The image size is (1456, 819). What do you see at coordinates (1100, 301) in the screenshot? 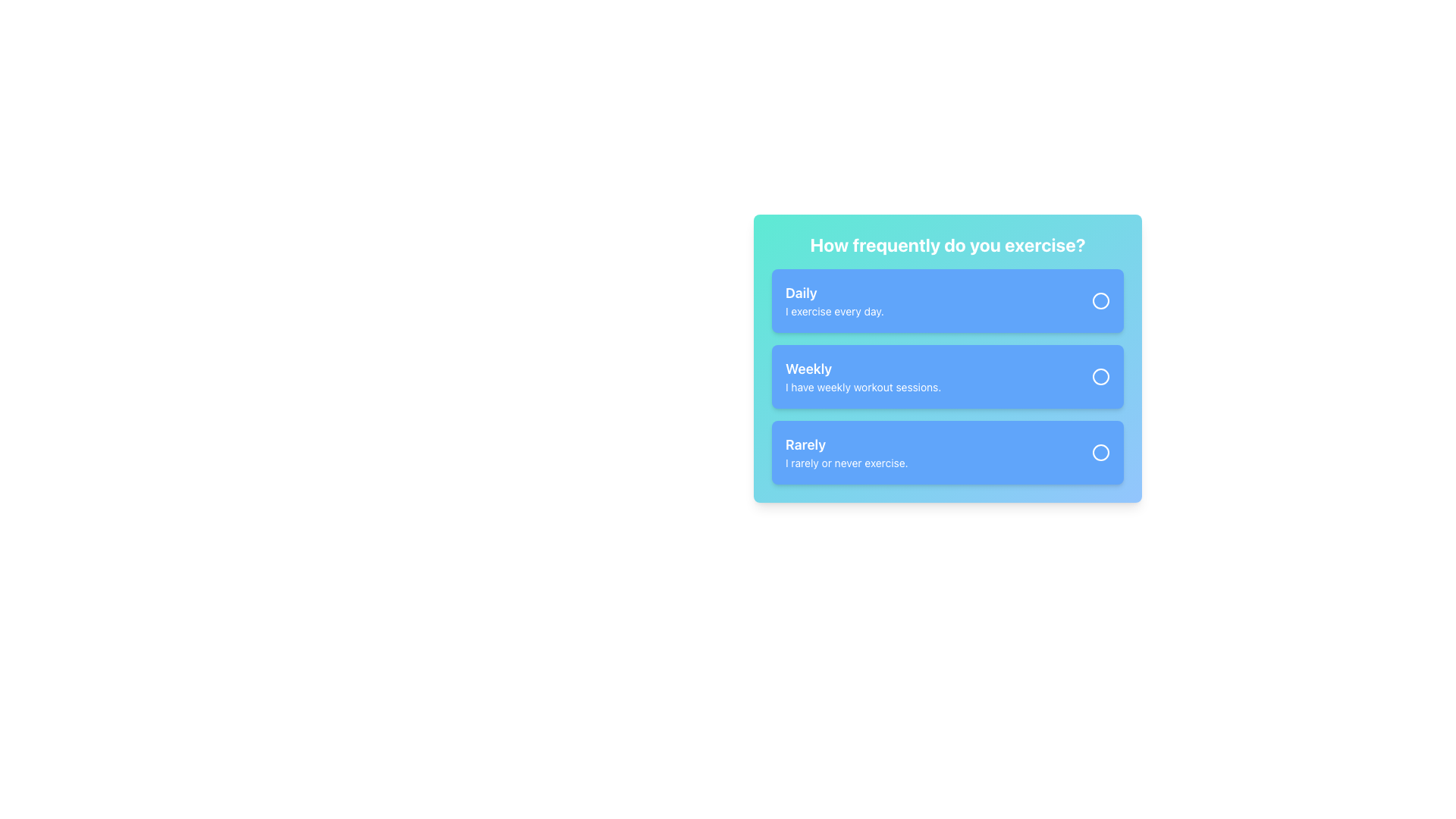
I see `the circular radio button indicator with a hollow center located in the top right corner of the 'Daily' option box` at bounding box center [1100, 301].